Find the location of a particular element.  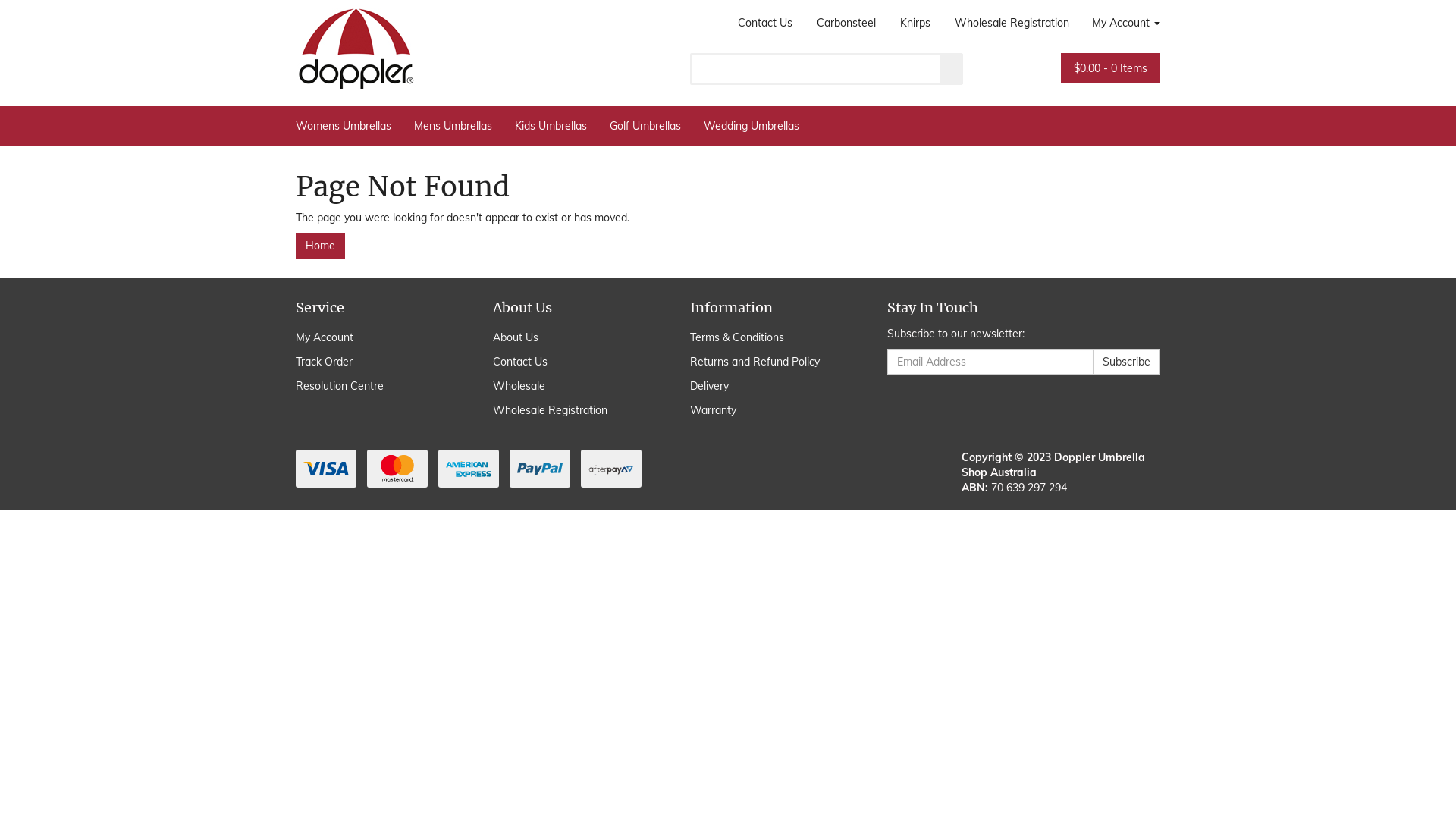

'Wedding Umbrellas' is located at coordinates (751, 124).